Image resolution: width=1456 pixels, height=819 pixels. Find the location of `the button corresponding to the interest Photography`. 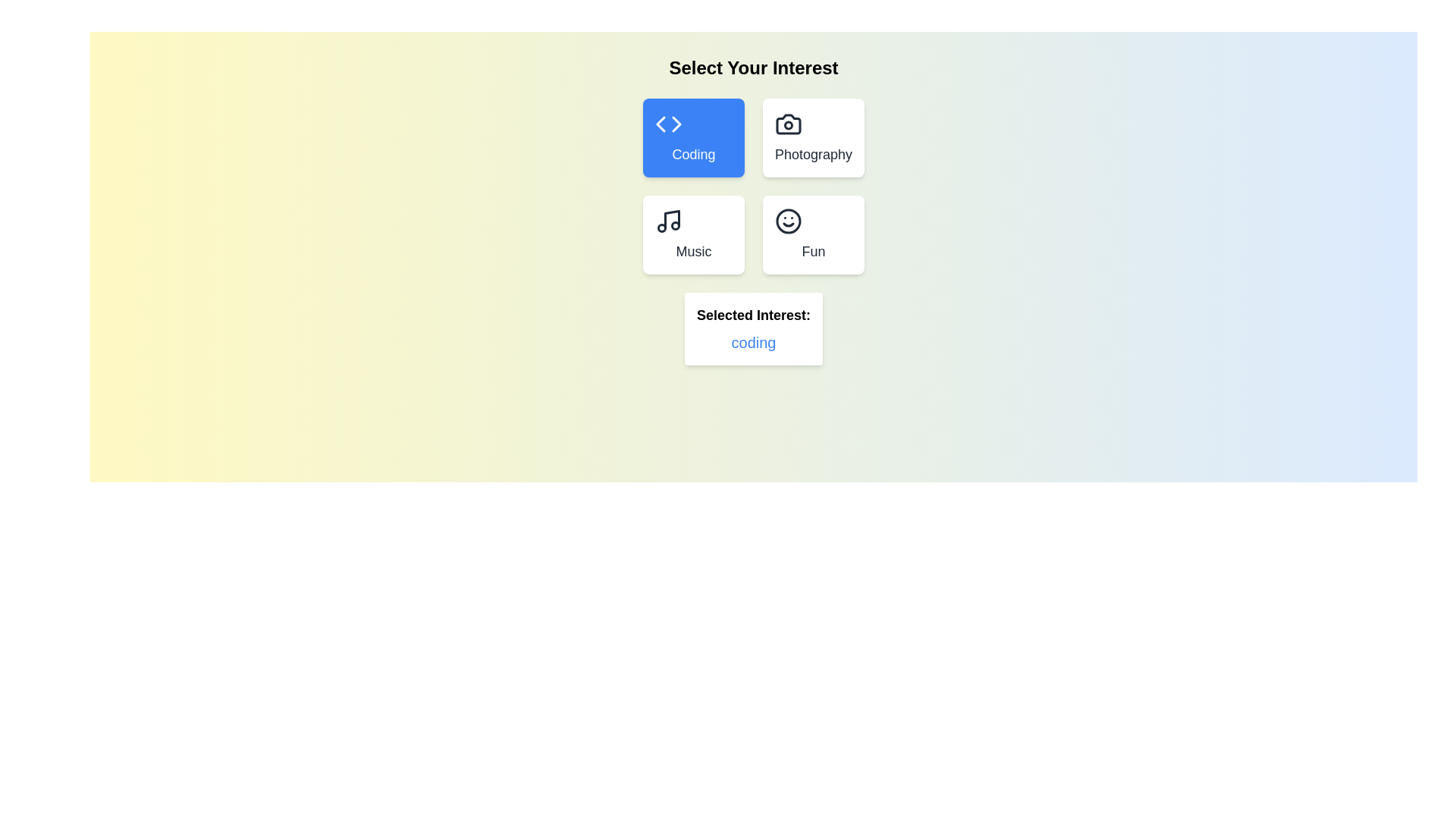

the button corresponding to the interest Photography is located at coordinates (813, 137).